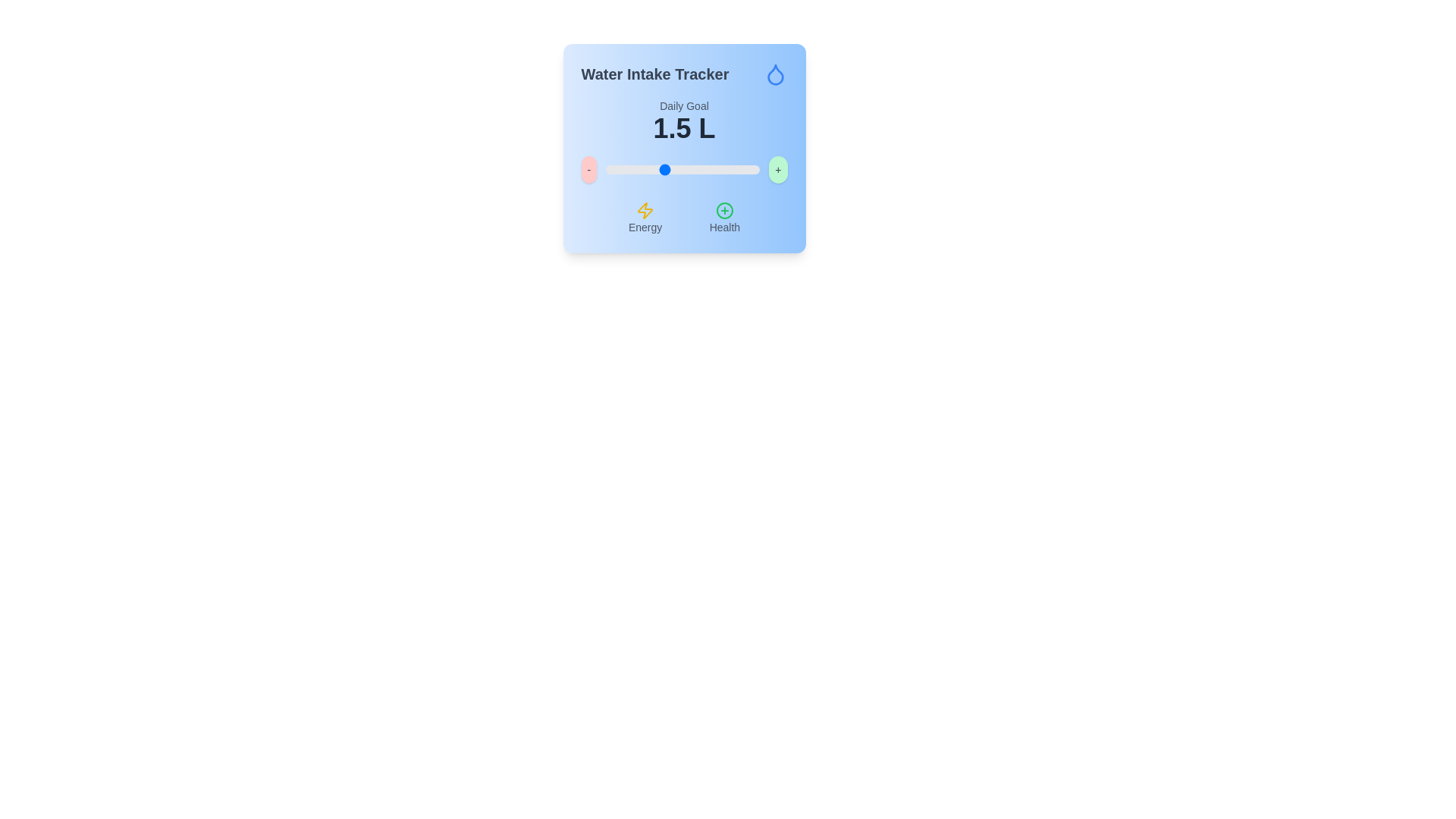  I want to click on the slider, so click(720, 169).